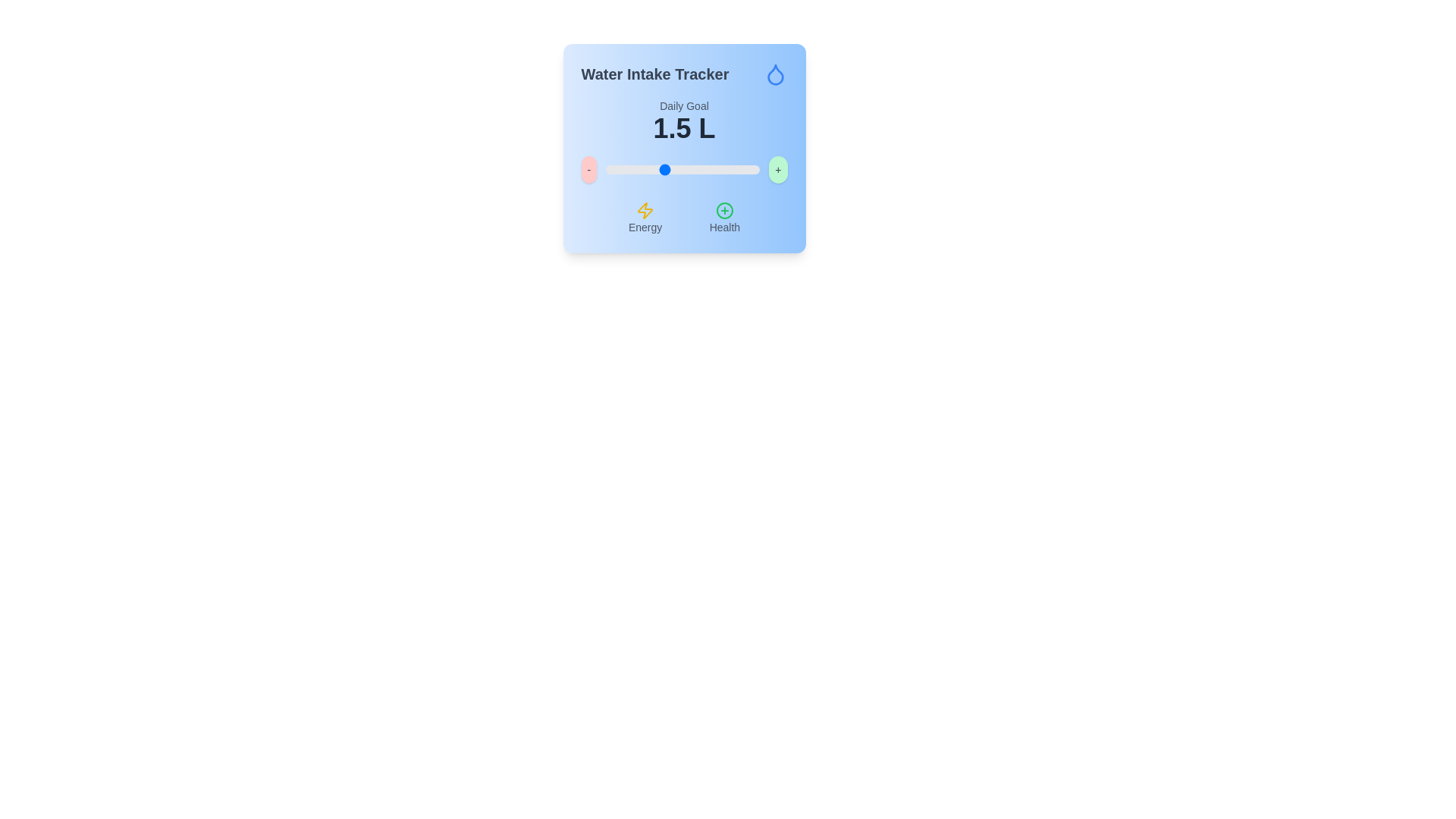  I want to click on the slider, so click(720, 169).